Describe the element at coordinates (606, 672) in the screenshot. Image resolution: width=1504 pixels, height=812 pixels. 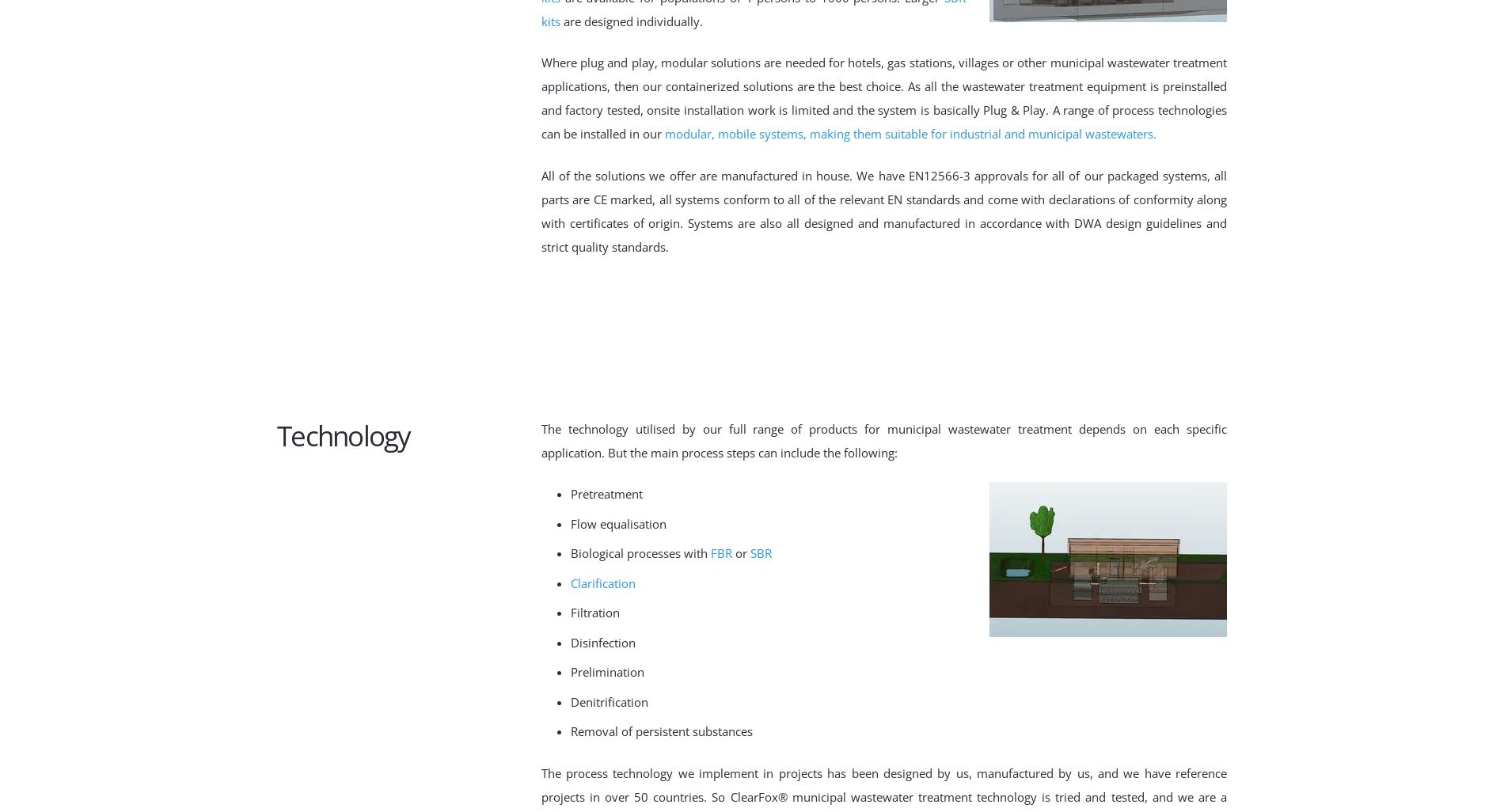
I see `'Prelimination'` at that location.